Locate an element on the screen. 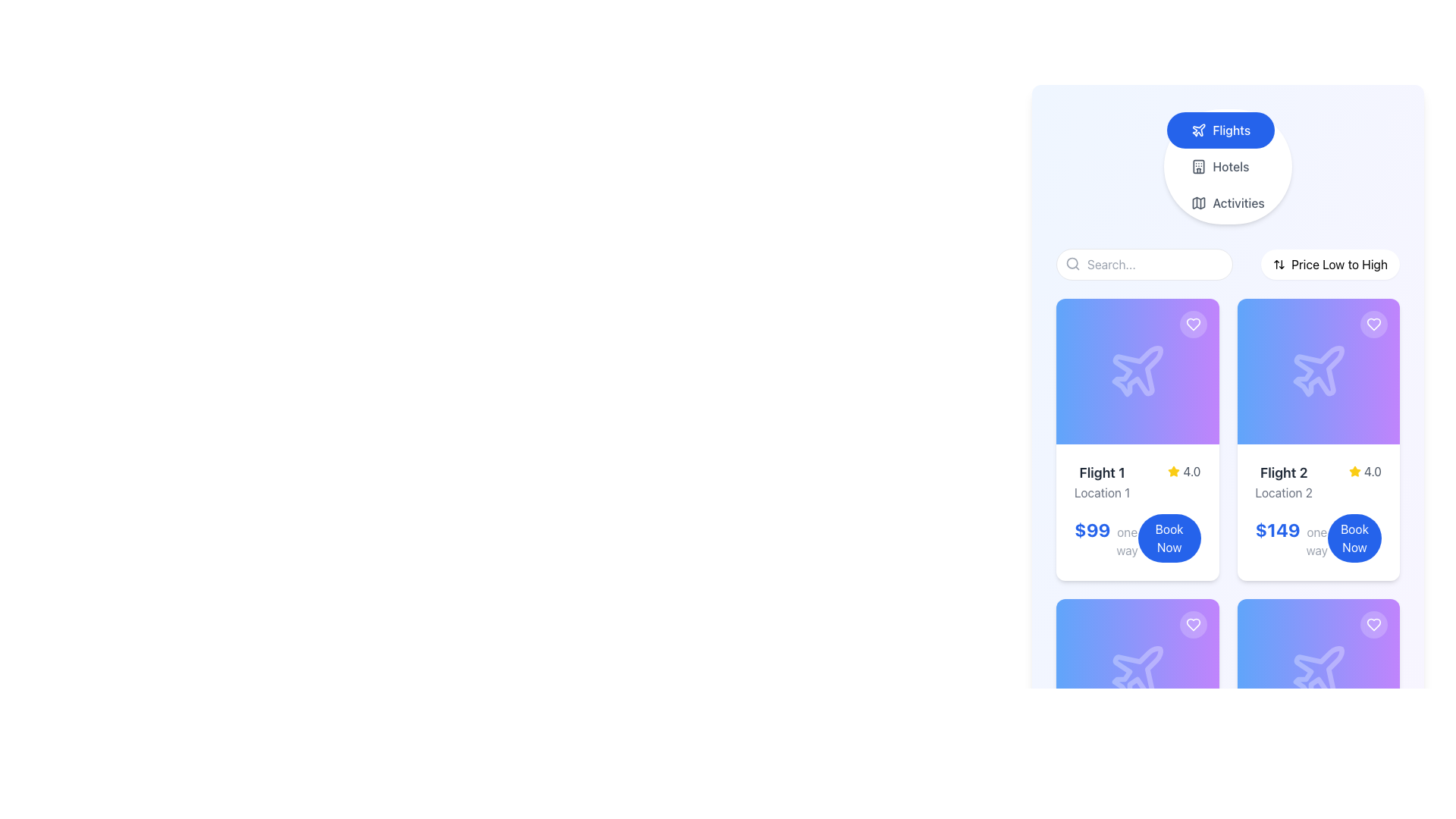 This screenshot has width=1456, height=819. the blue rounded button labeled 'Flights' with a plane icon is located at coordinates (1221, 130).